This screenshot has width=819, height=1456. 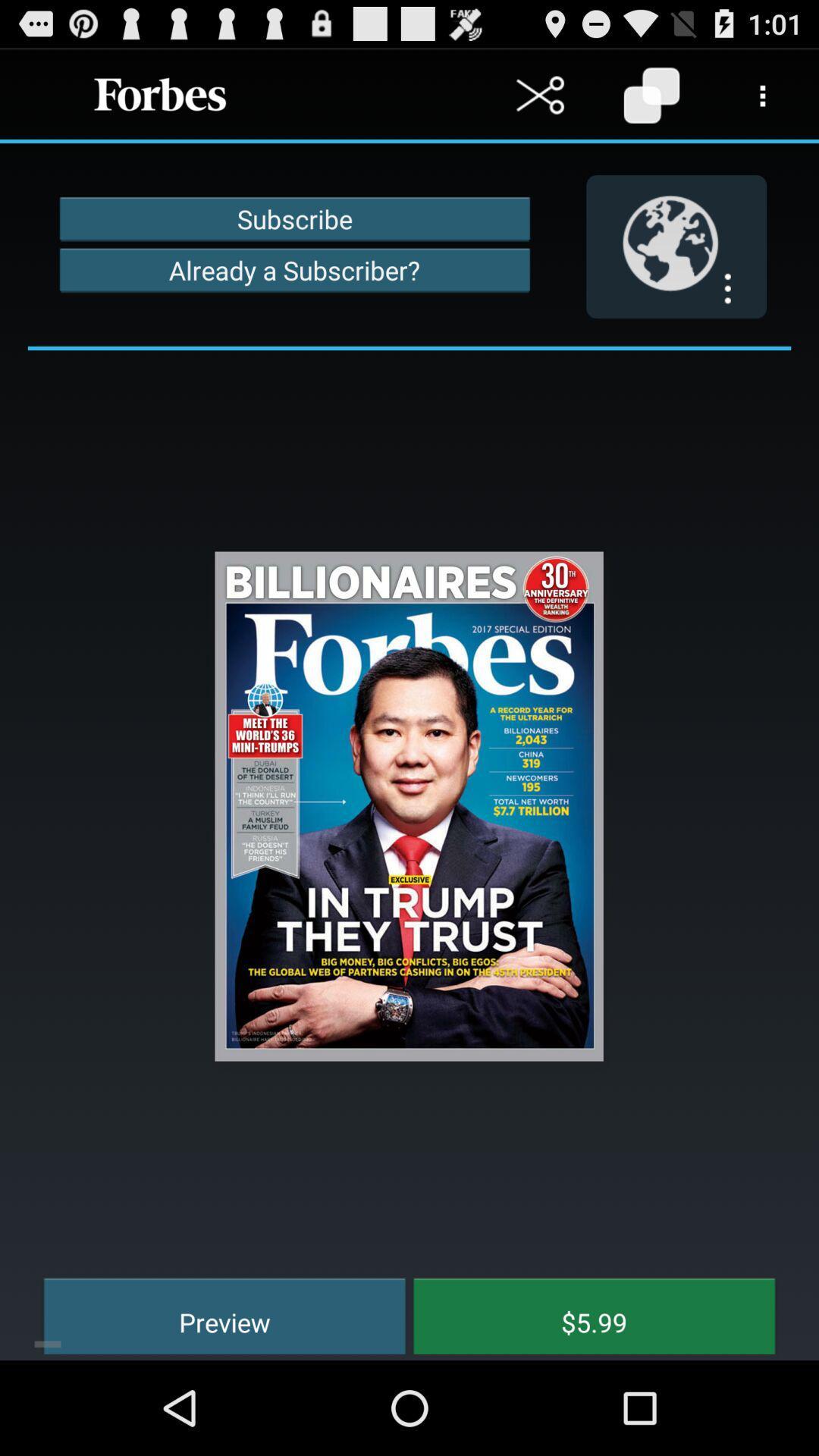 What do you see at coordinates (676, 246) in the screenshot?
I see `icon next to the subscribe` at bounding box center [676, 246].